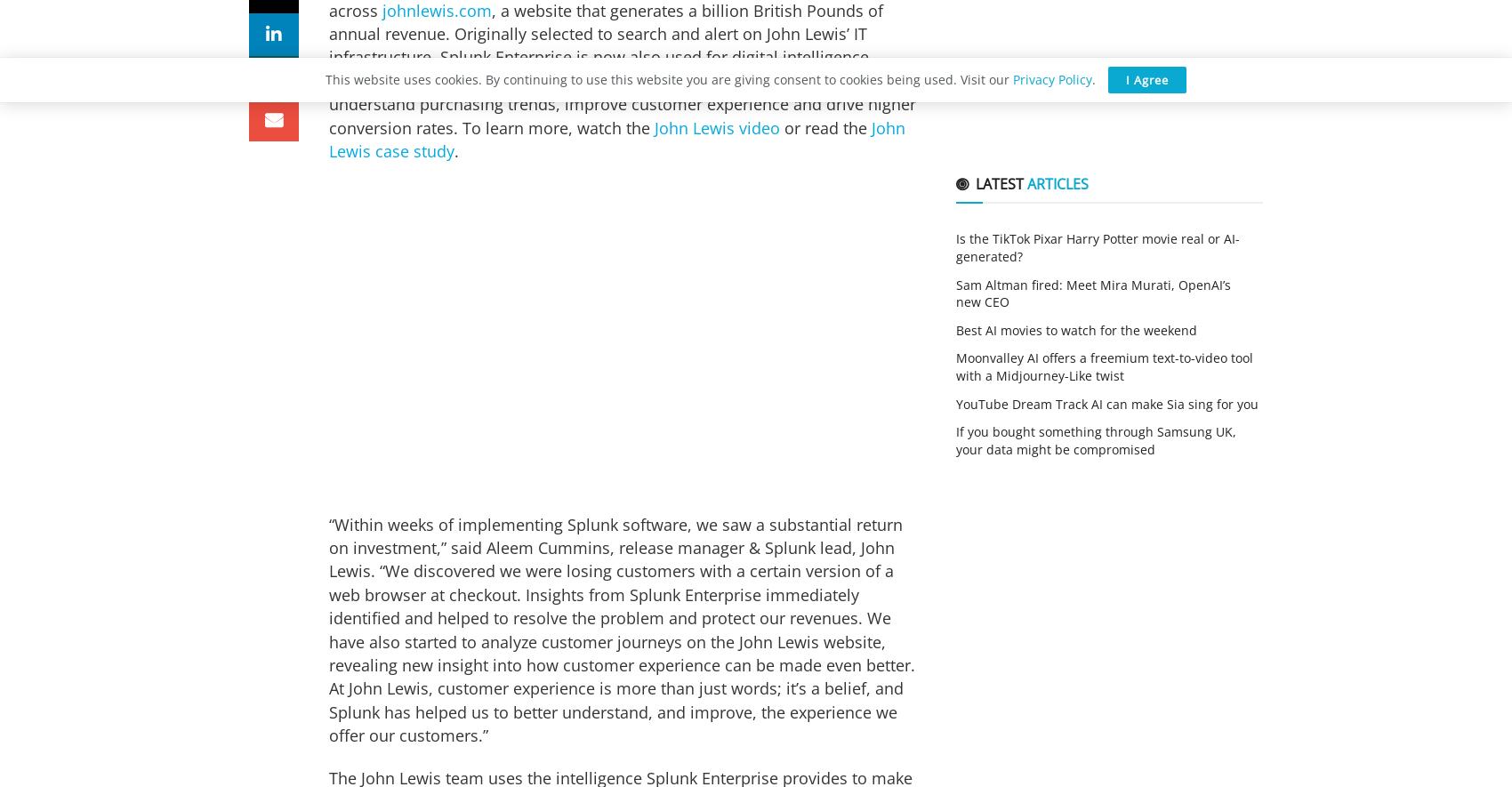 The width and height of the screenshot is (1512, 787). I want to click on 'or read the', so click(825, 126).